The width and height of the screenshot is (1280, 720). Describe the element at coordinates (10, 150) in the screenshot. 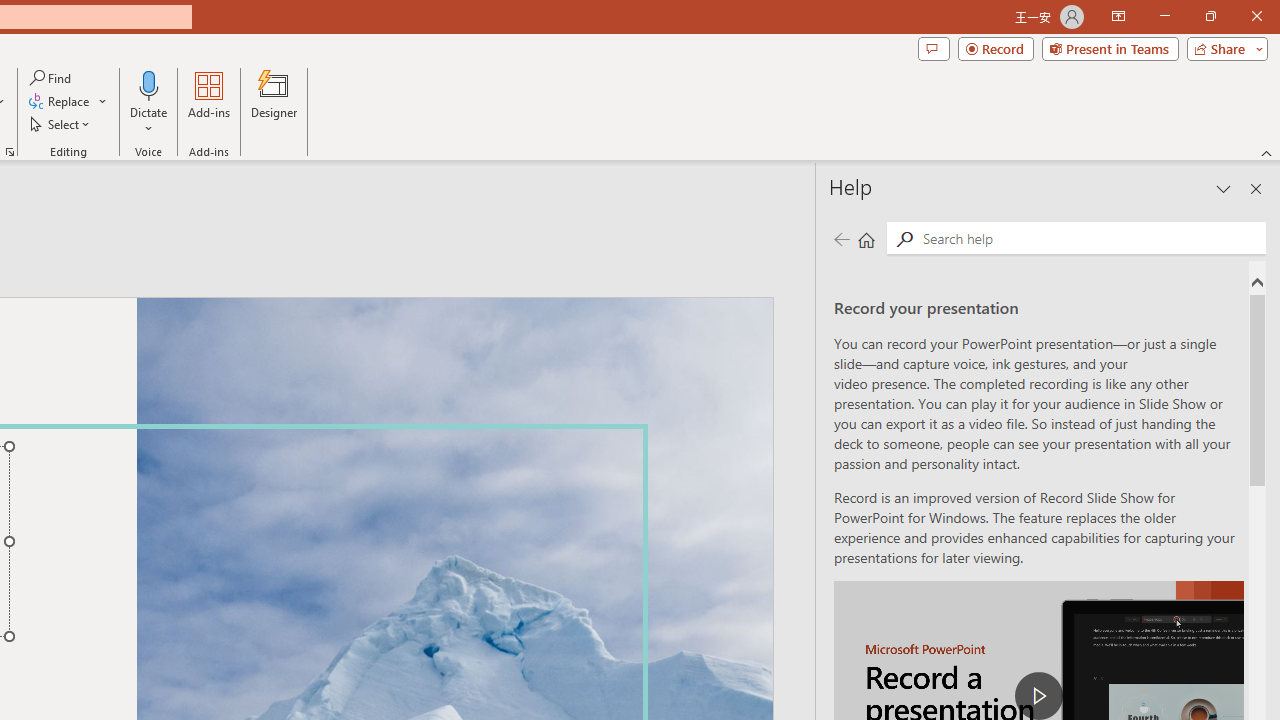

I see `'Format Object...'` at that location.